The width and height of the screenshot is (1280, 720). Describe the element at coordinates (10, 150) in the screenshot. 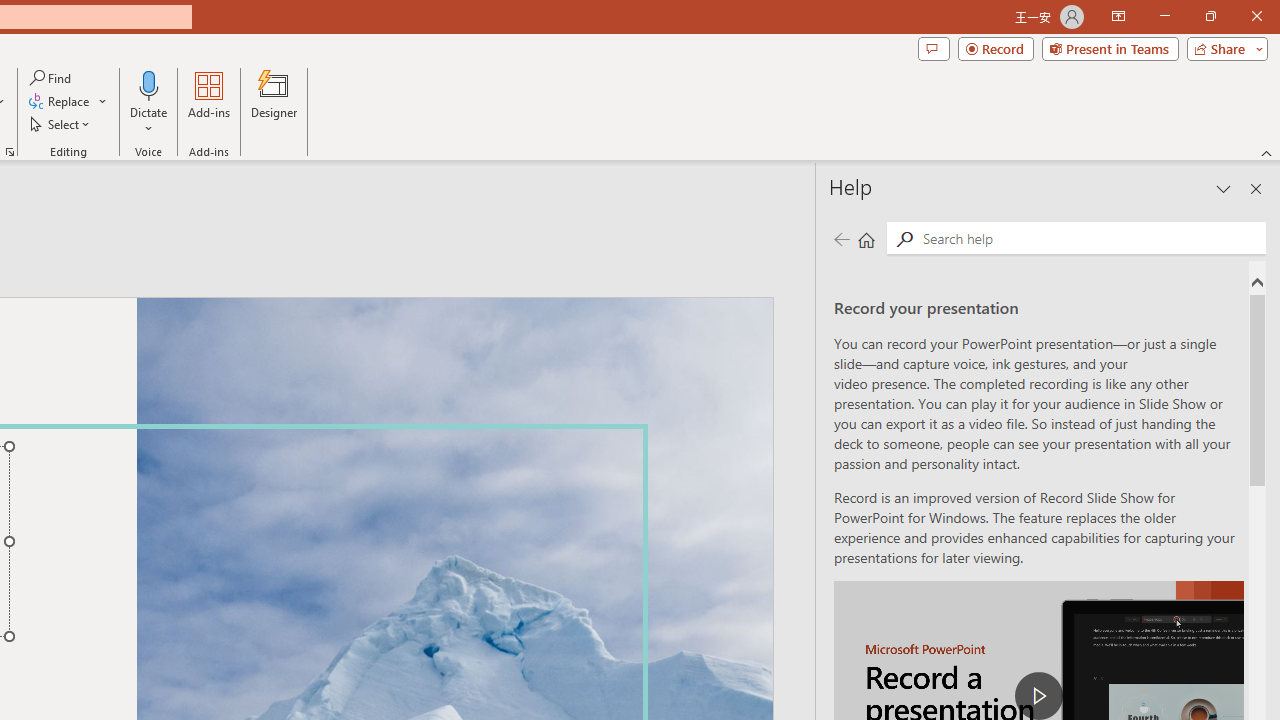

I see `'Format Object...'` at that location.